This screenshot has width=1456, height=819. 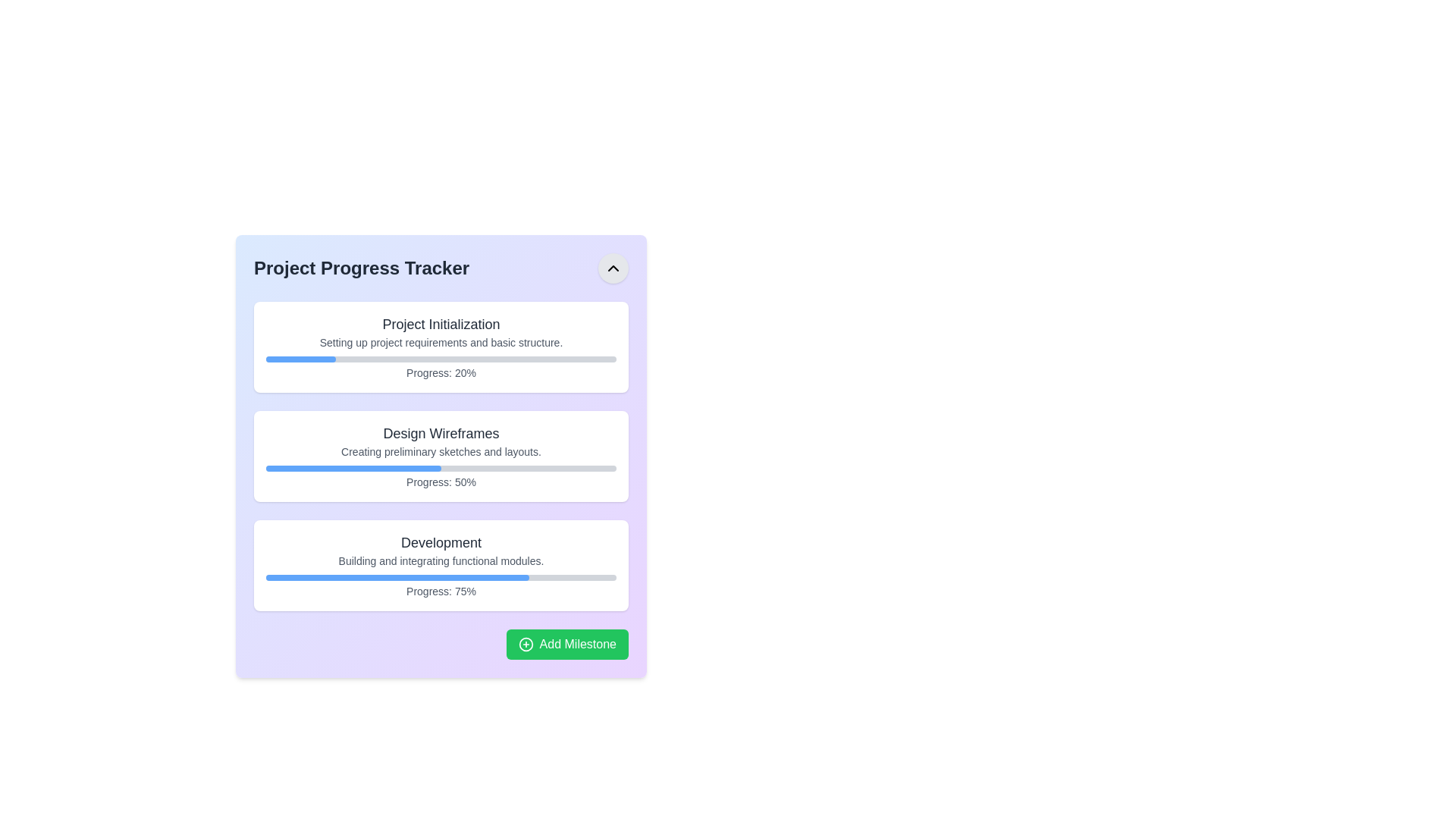 What do you see at coordinates (440, 359) in the screenshot?
I see `the progress visually by focusing on the horizontally-oriented progress bar within the white card labeled 'Project Initialization', which is visually represented with a blue foreground indicating progress` at bounding box center [440, 359].